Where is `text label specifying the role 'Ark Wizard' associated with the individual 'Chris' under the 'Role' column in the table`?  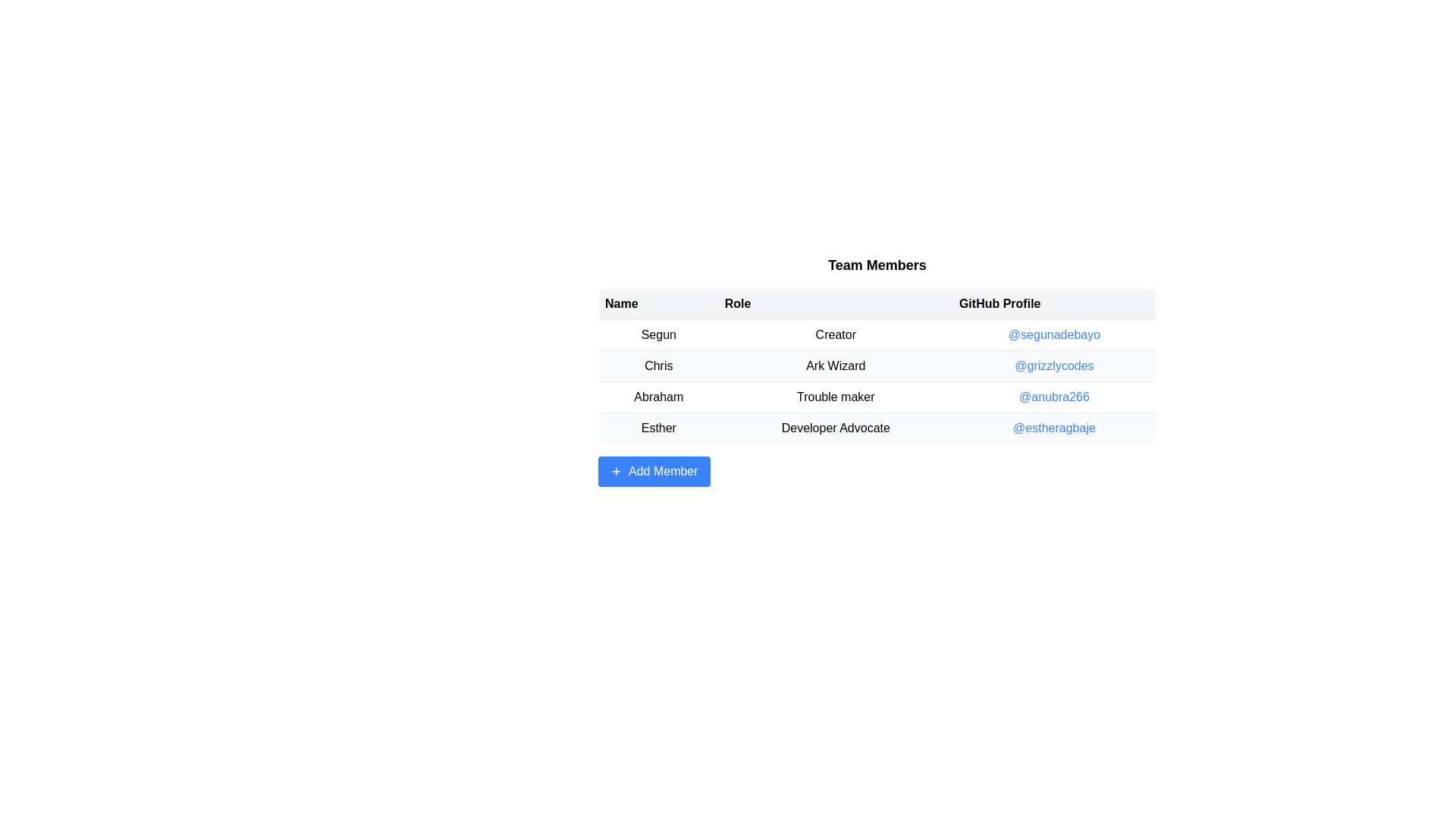
text label specifying the role 'Ark Wizard' associated with the individual 'Chris' under the 'Role' column in the table is located at coordinates (835, 366).